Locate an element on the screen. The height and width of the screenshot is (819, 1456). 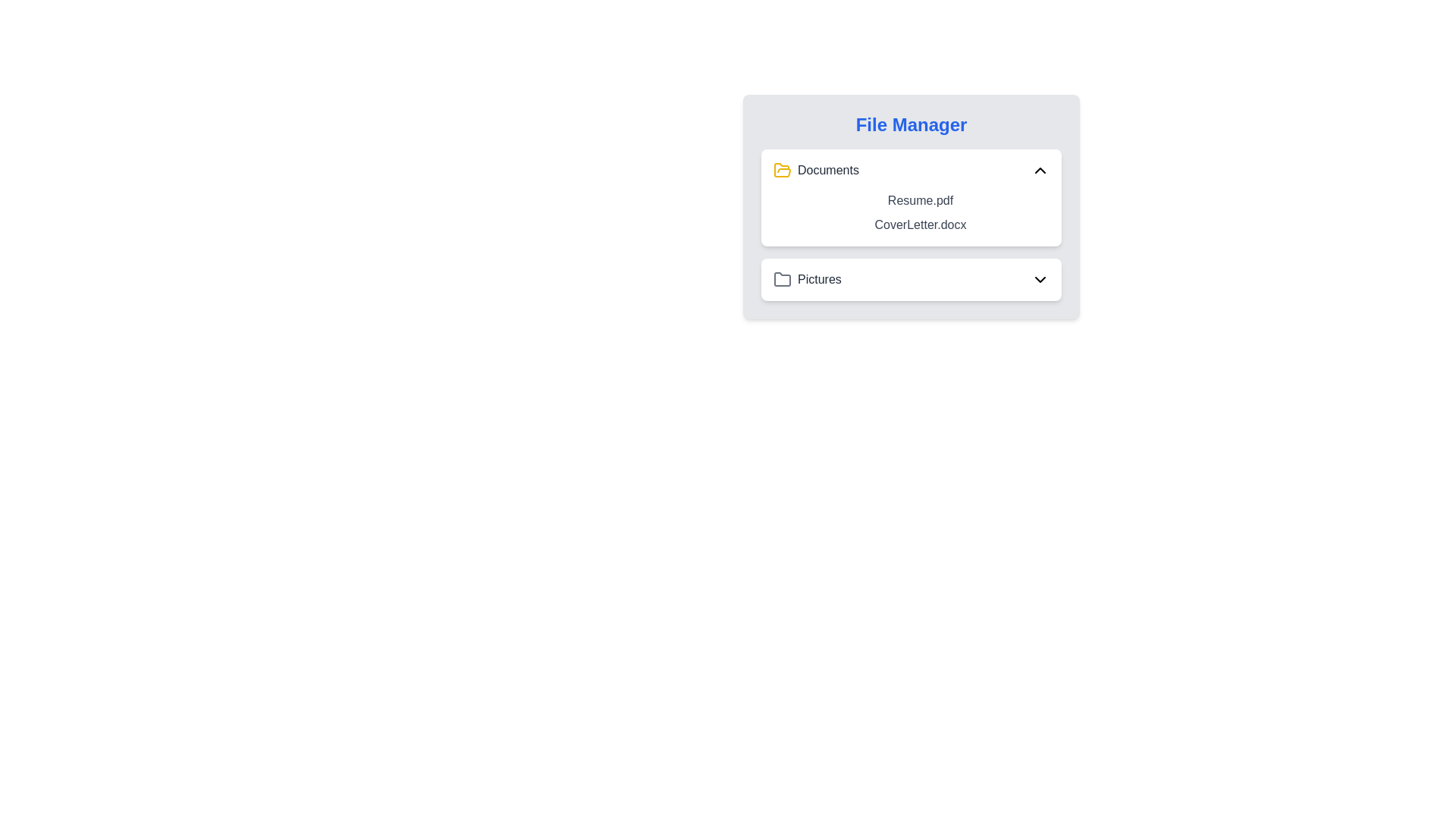
text label displaying the filename 'Resume.pdf' in dark gray color located in the file manager interface under the 'Documents' folder is located at coordinates (920, 200).